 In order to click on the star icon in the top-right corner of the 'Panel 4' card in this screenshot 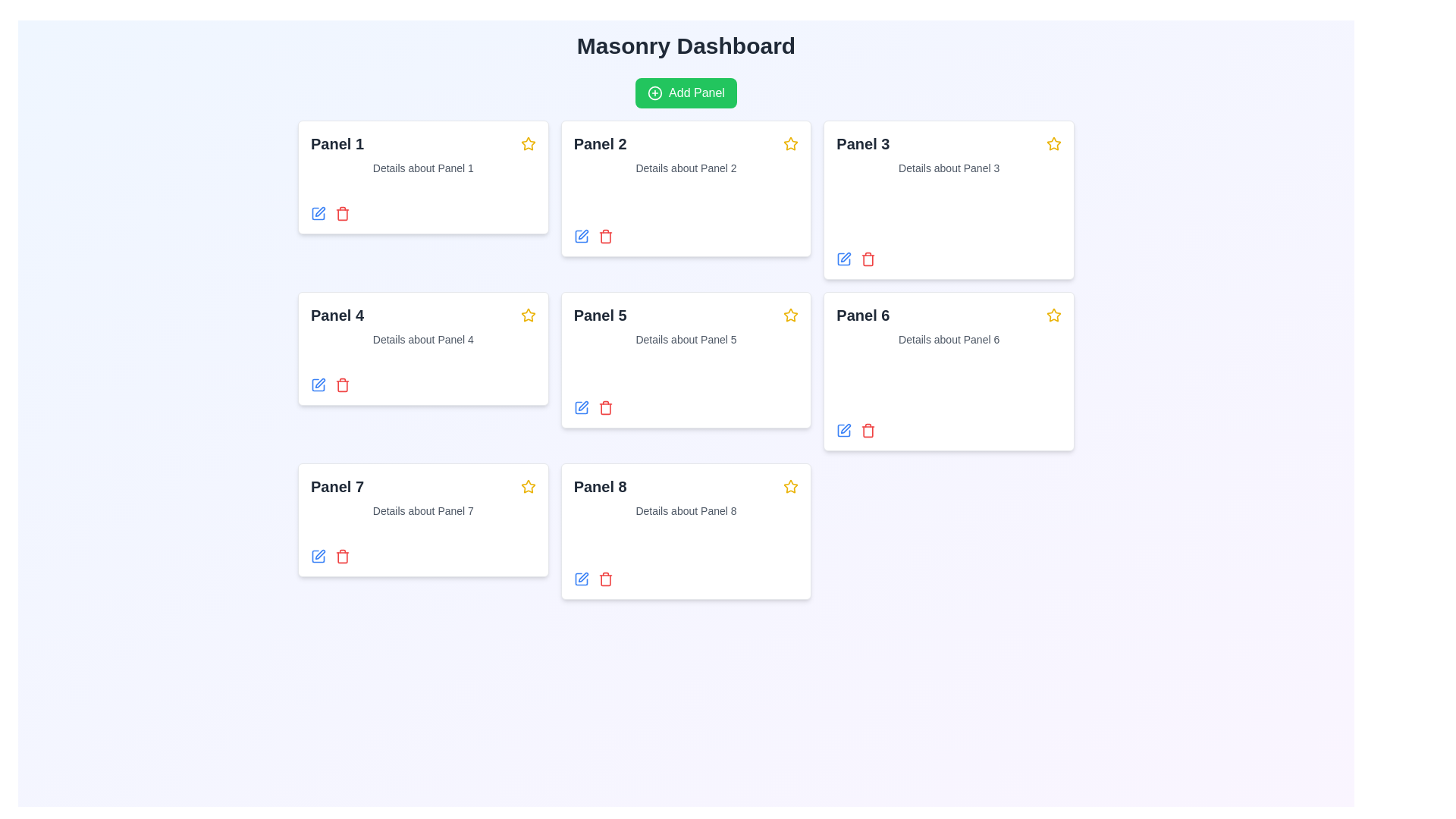, I will do `click(528, 143)`.